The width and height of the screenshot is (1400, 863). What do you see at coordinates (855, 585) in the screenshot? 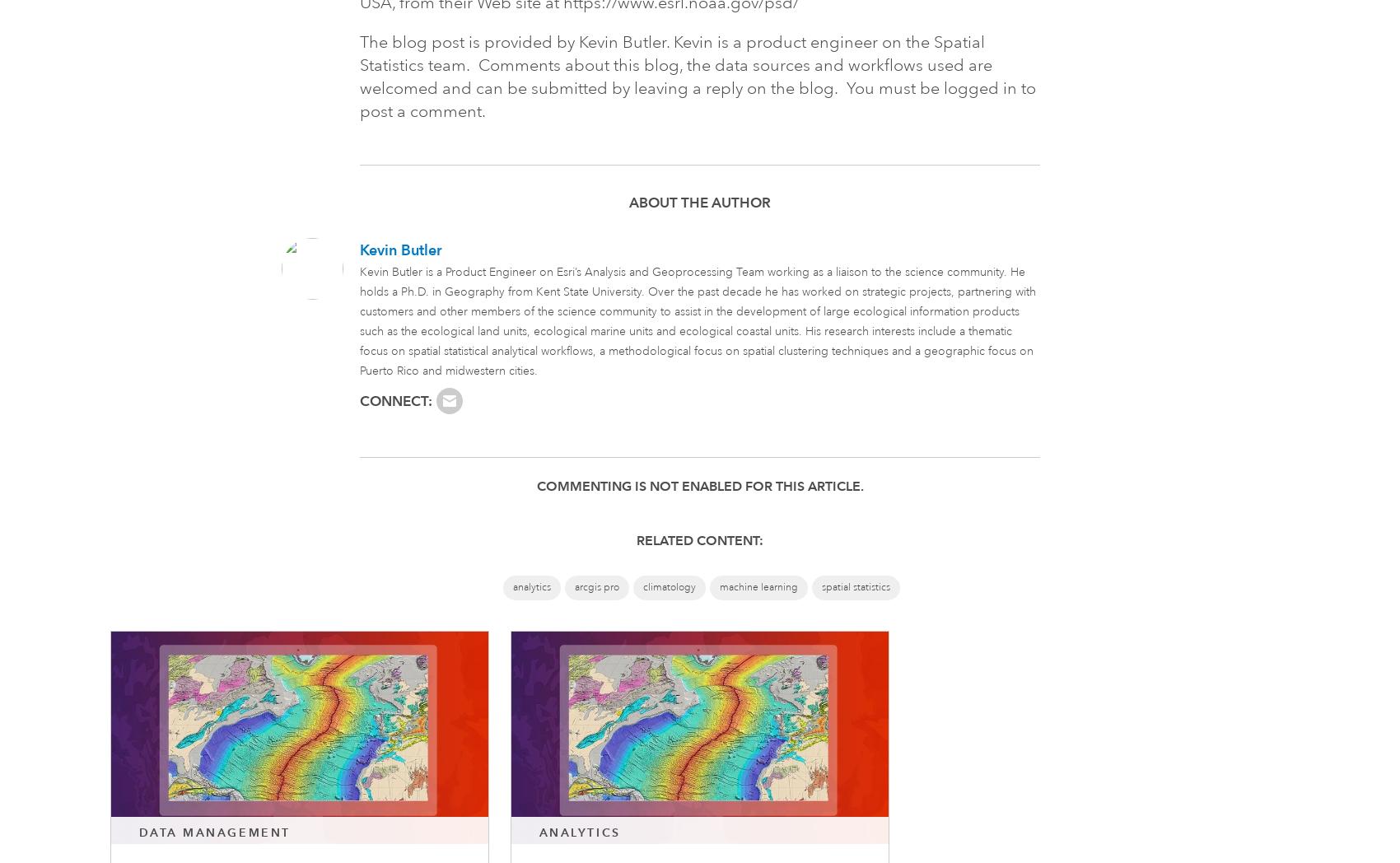
I see `'spatial statistics'` at bounding box center [855, 585].